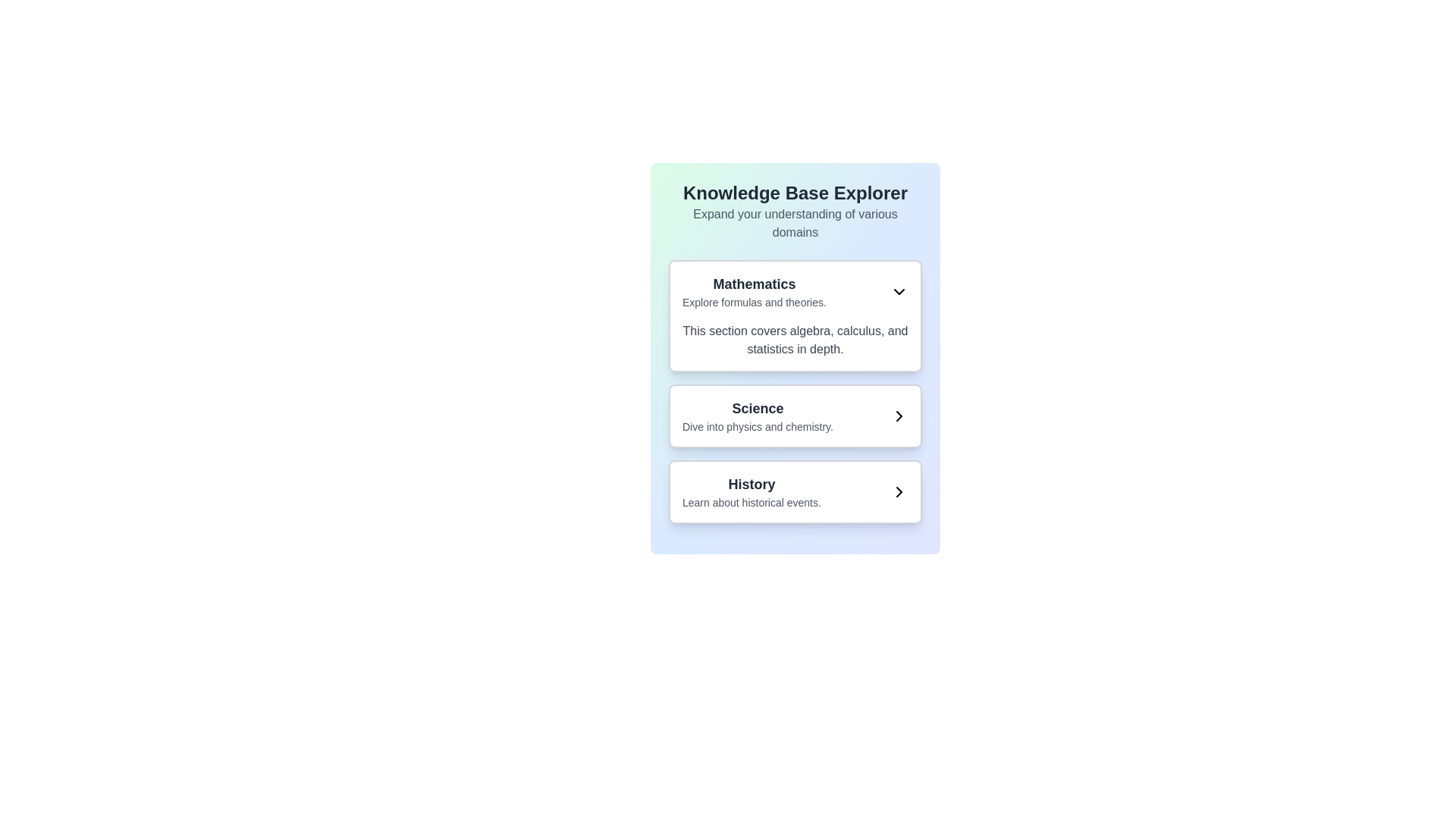  I want to click on the static text element that provides a descriptive subtitle for 'Knowledge Base Explorer', positioned below it and above the sections labeled 'Mathematics', 'Science', and 'History', so click(795, 223).